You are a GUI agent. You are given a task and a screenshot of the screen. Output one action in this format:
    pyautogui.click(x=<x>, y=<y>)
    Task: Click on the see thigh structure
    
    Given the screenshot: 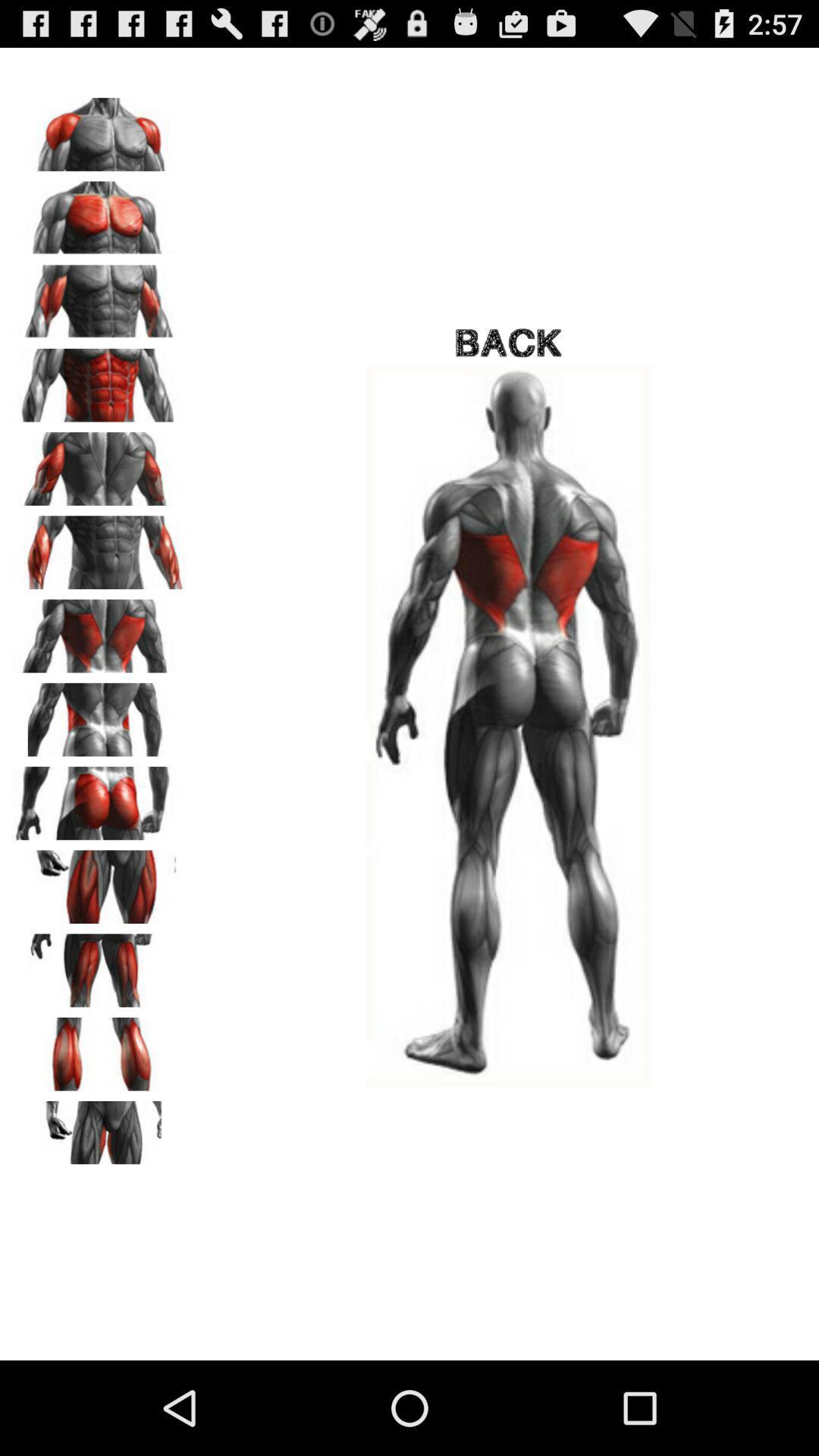 What is the action you would take?
    pyautogui.click(x=99, y=965)
    